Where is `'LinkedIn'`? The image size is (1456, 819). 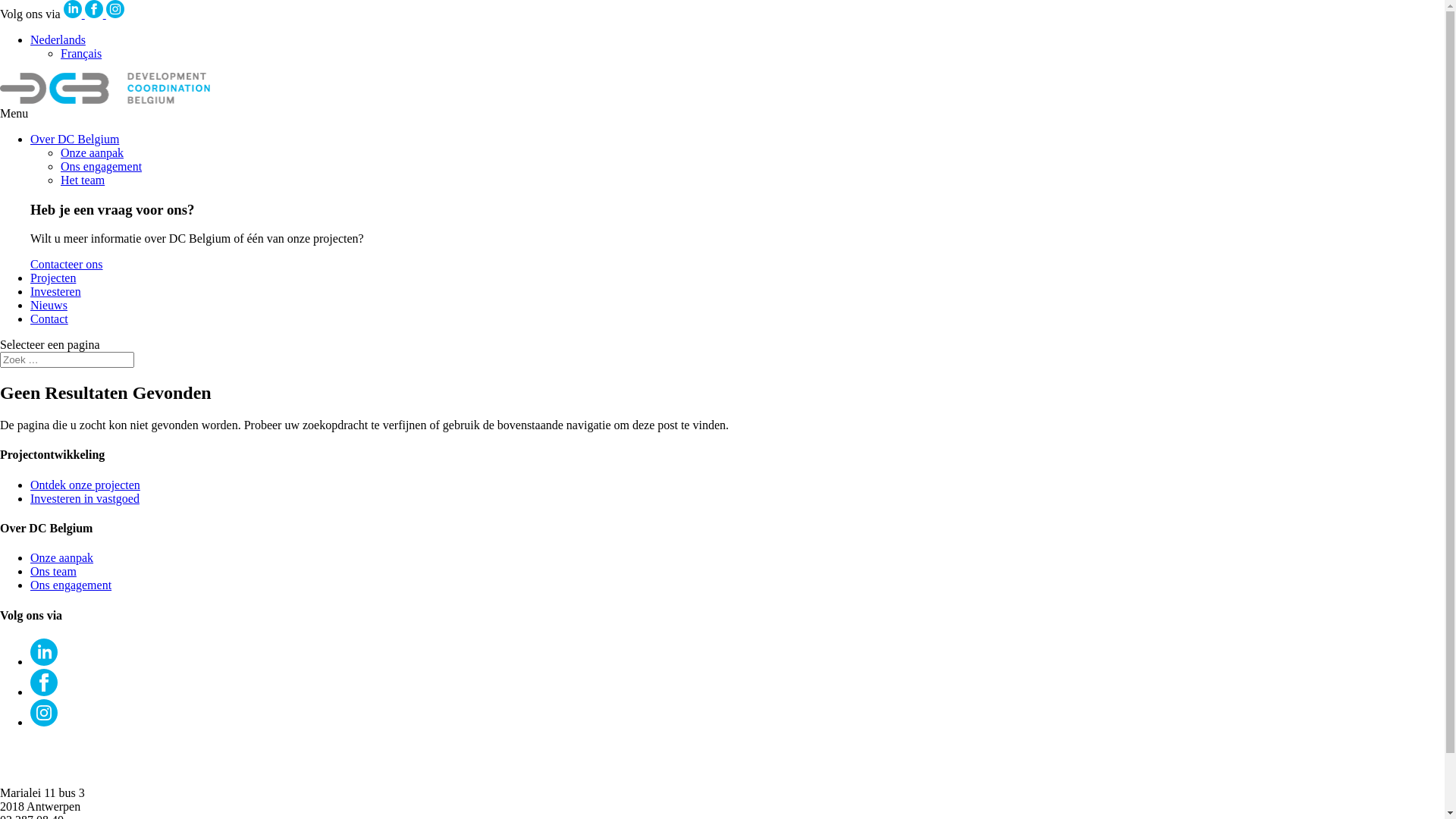 'LinkedIn' is located at coordinates (43, 661).